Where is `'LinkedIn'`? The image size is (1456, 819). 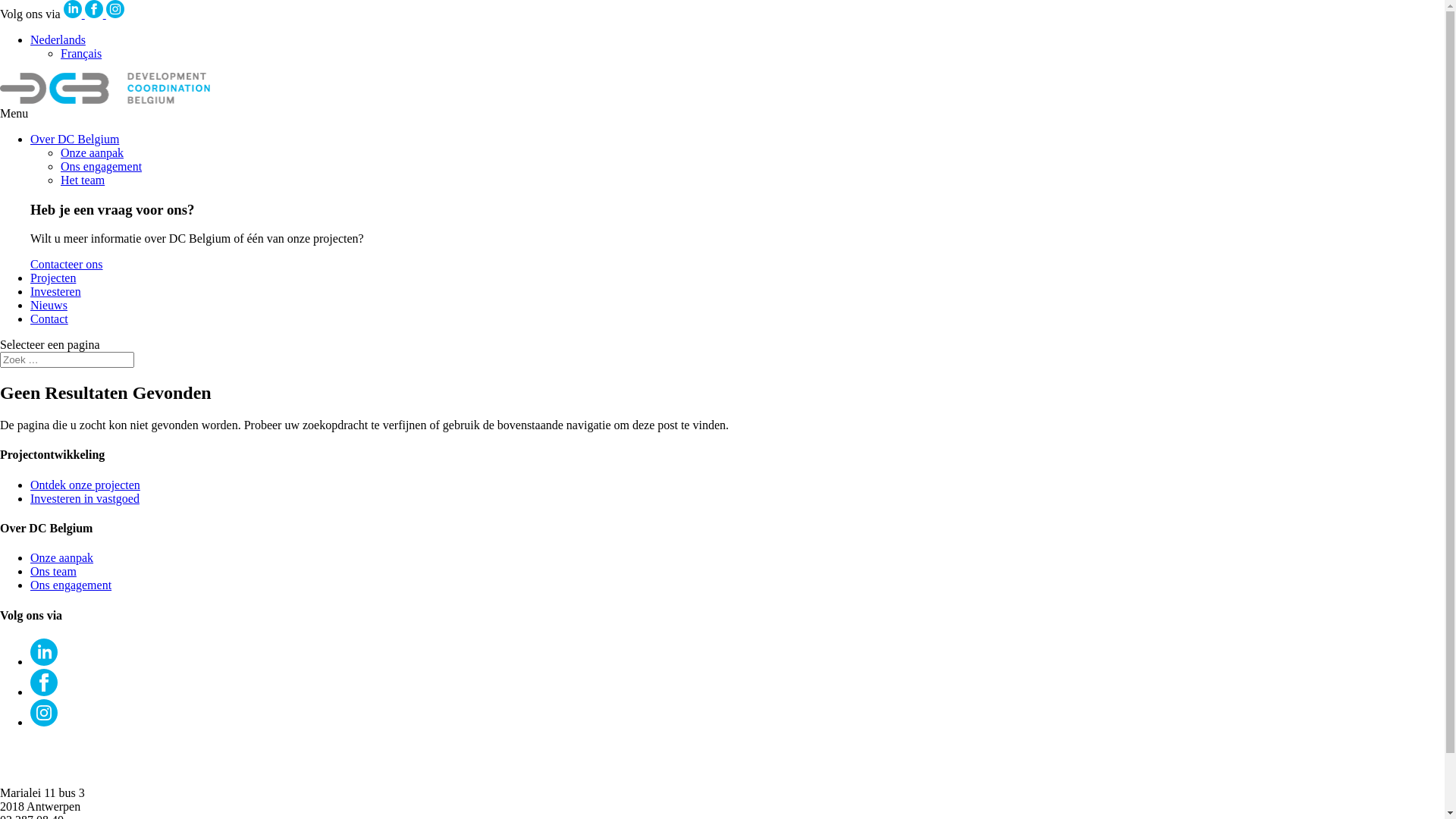 'LinkedIn' is located at coordinates (43, 661).